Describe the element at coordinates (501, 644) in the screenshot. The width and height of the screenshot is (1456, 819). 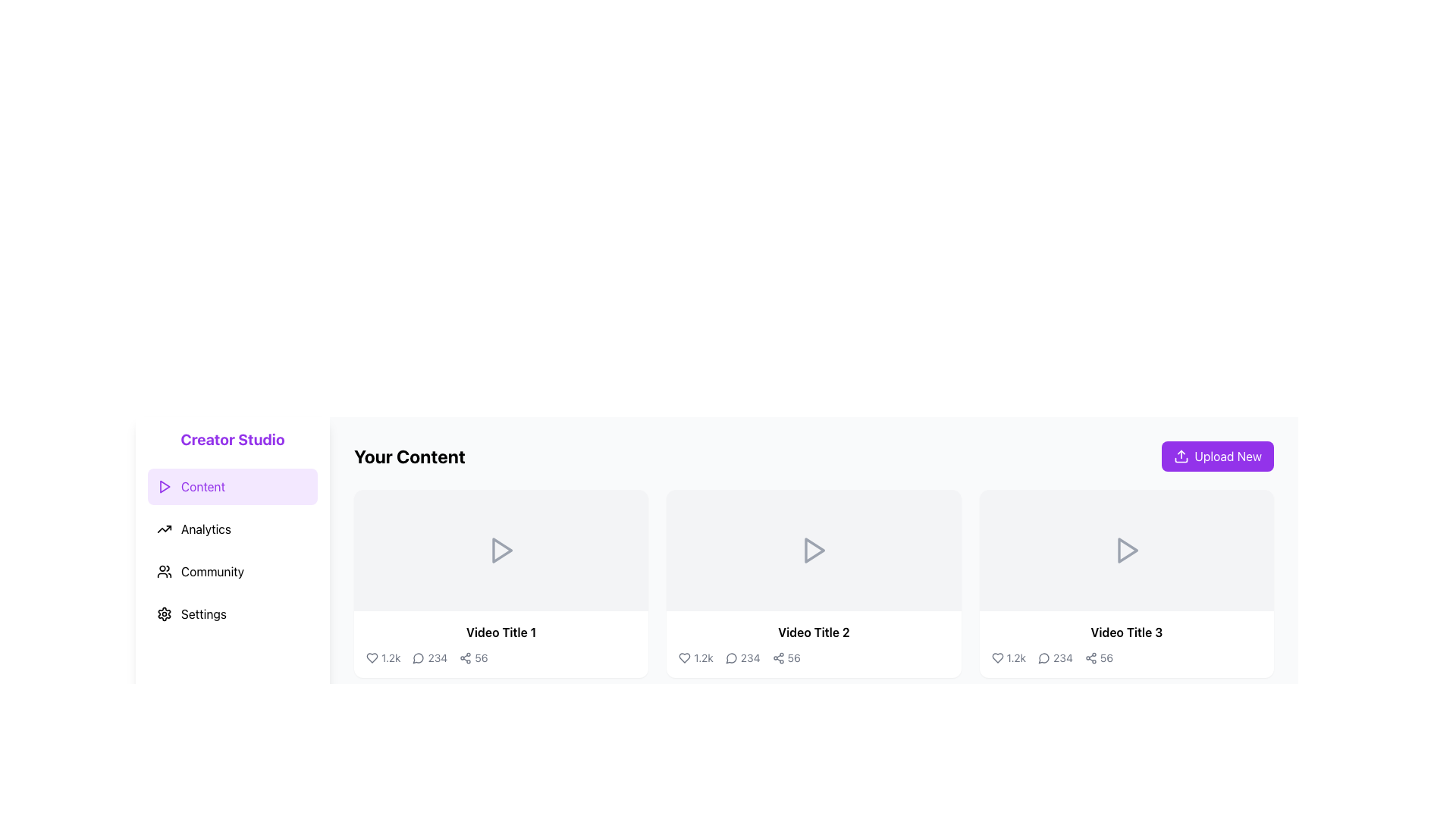
I see `the Information Display Section located at the bottom of the first video card, which shows the video title and engagement statistics` at that location.